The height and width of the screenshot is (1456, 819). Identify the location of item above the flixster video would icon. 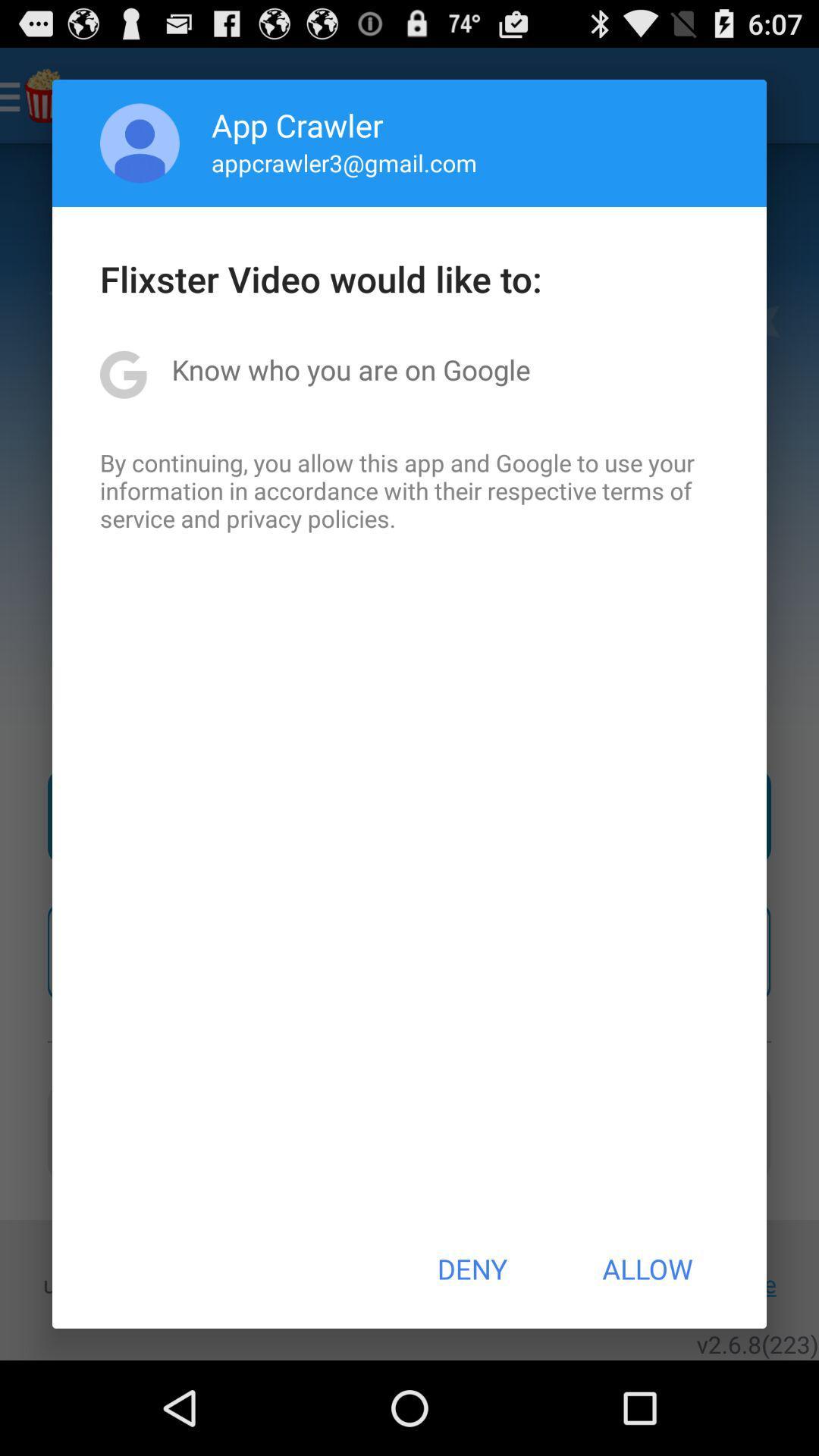
(344, 162).